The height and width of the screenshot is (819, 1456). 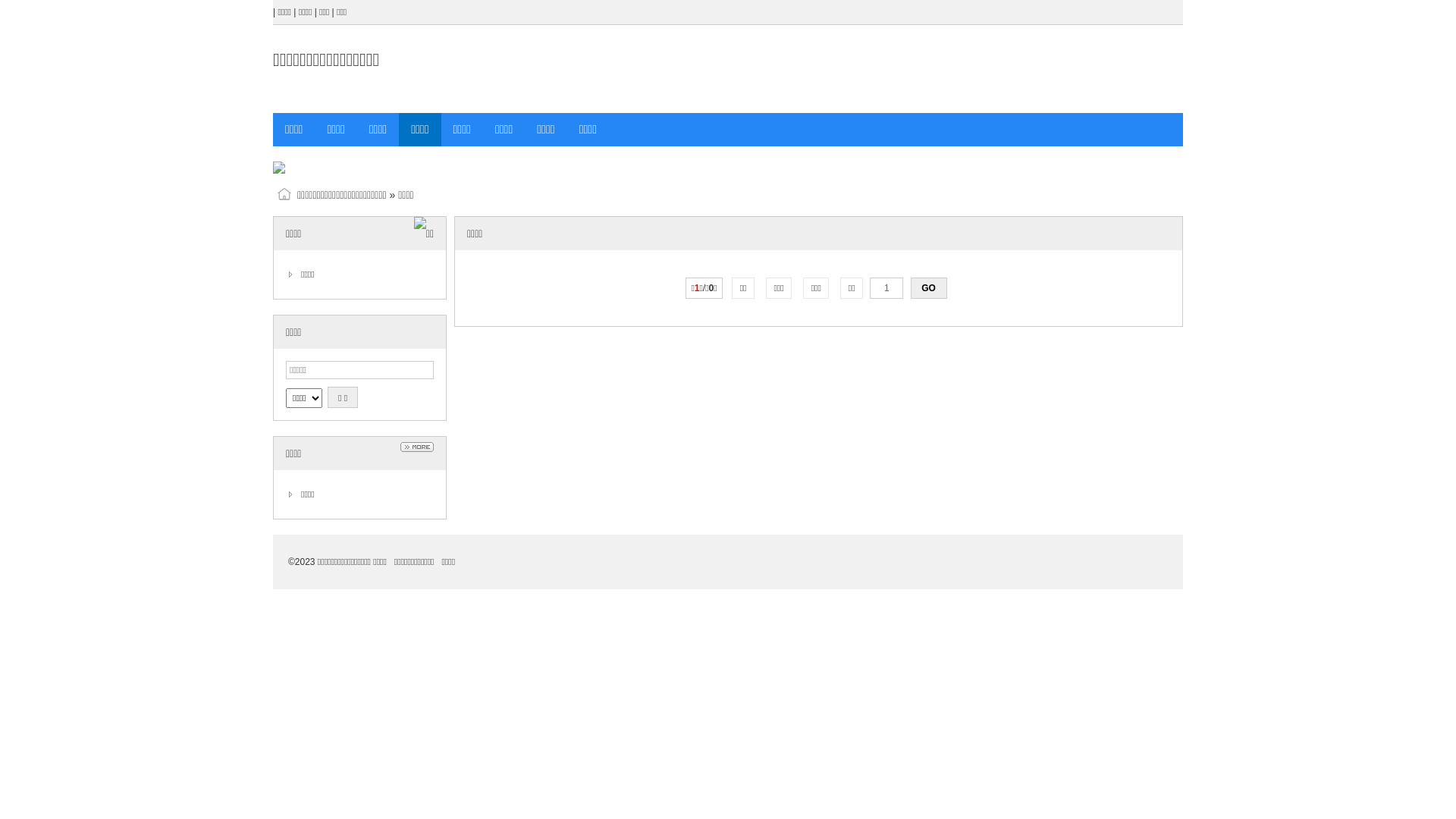 What do you see at coordinates (910, 288) in the screenshot?
I see `'GO'` at bounding box center [910, 288].